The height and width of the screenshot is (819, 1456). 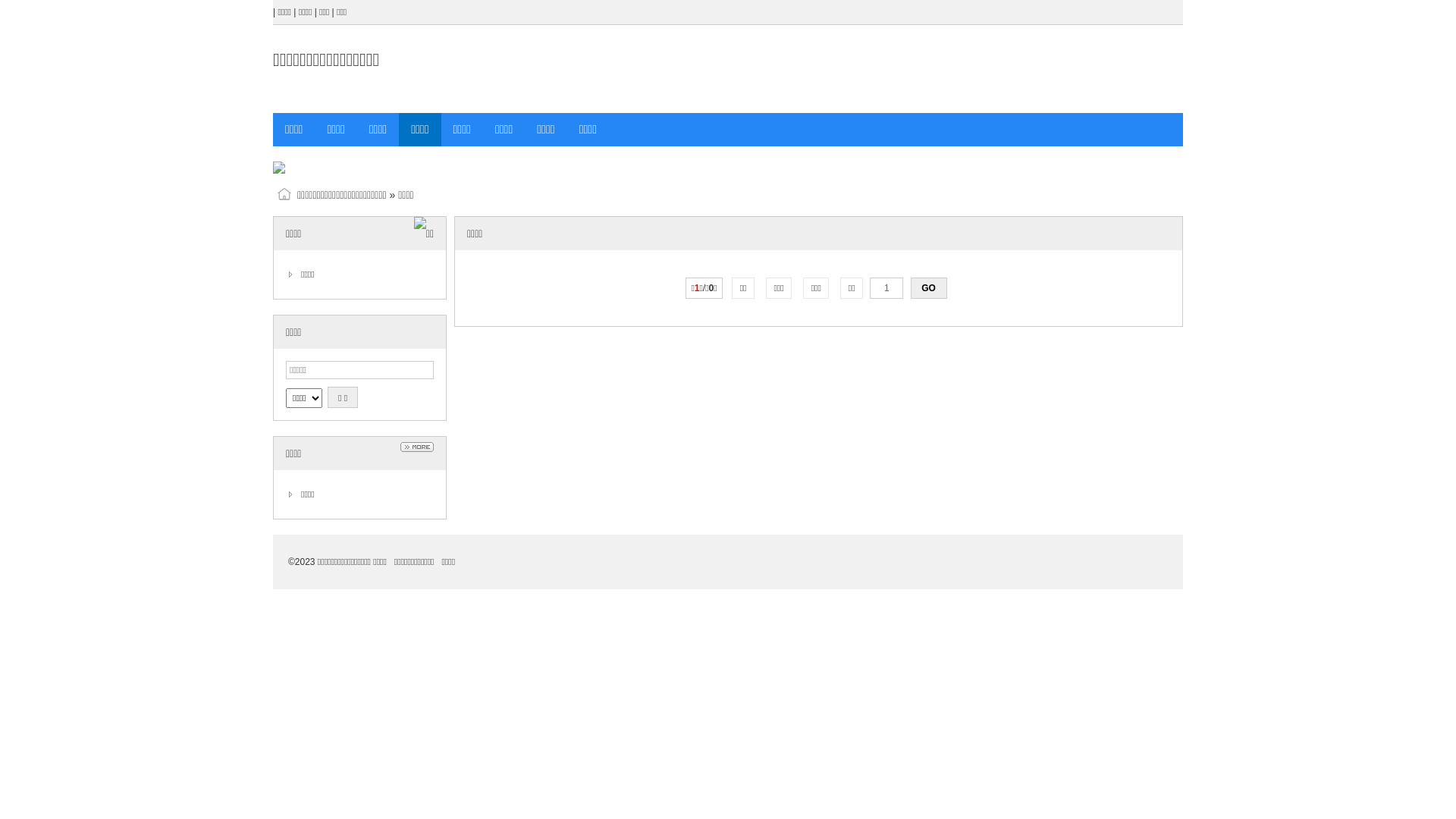 What do you see at coordinates (910, 288) in the screenshot?
I see `'GO'` at bounding box center [910, 288].